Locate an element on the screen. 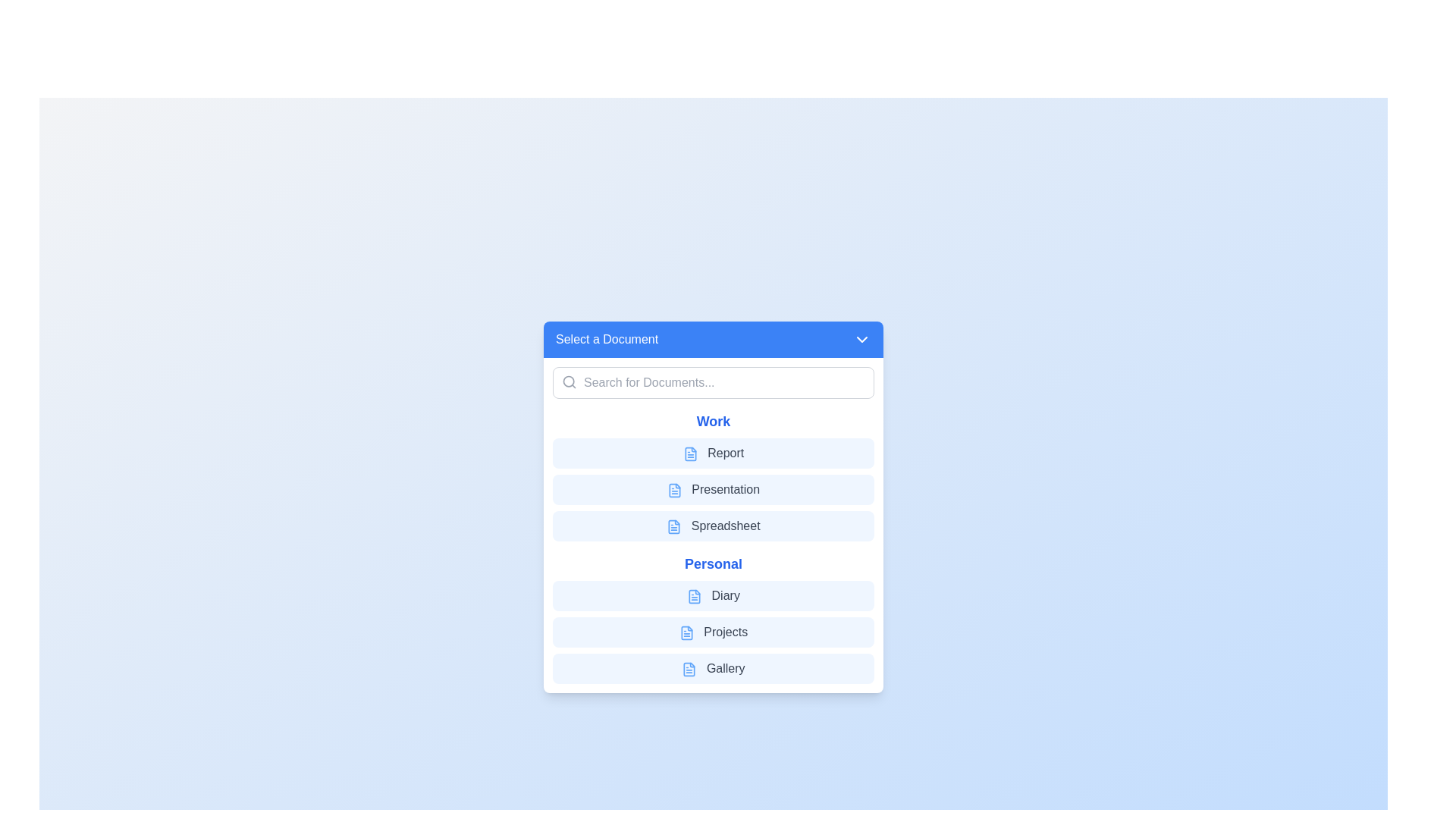  the document icon, which is blue and located to the left of the 'Spreadsheet' label in the 'Work' section of the document selection menu is located at coordinates (673, 526).